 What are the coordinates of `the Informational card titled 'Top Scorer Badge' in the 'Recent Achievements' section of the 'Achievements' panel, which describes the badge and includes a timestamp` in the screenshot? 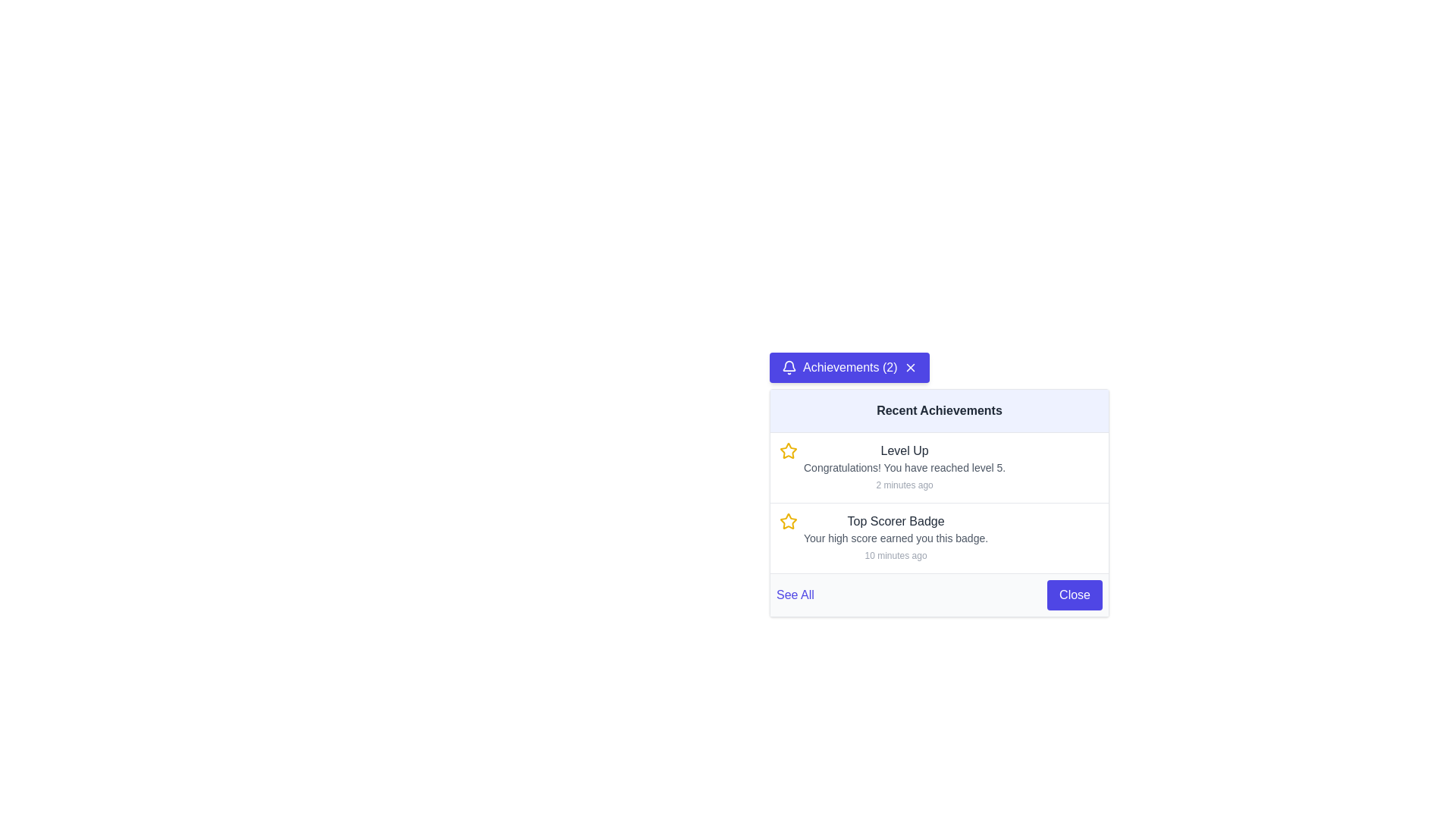 It's located at (896, 537).